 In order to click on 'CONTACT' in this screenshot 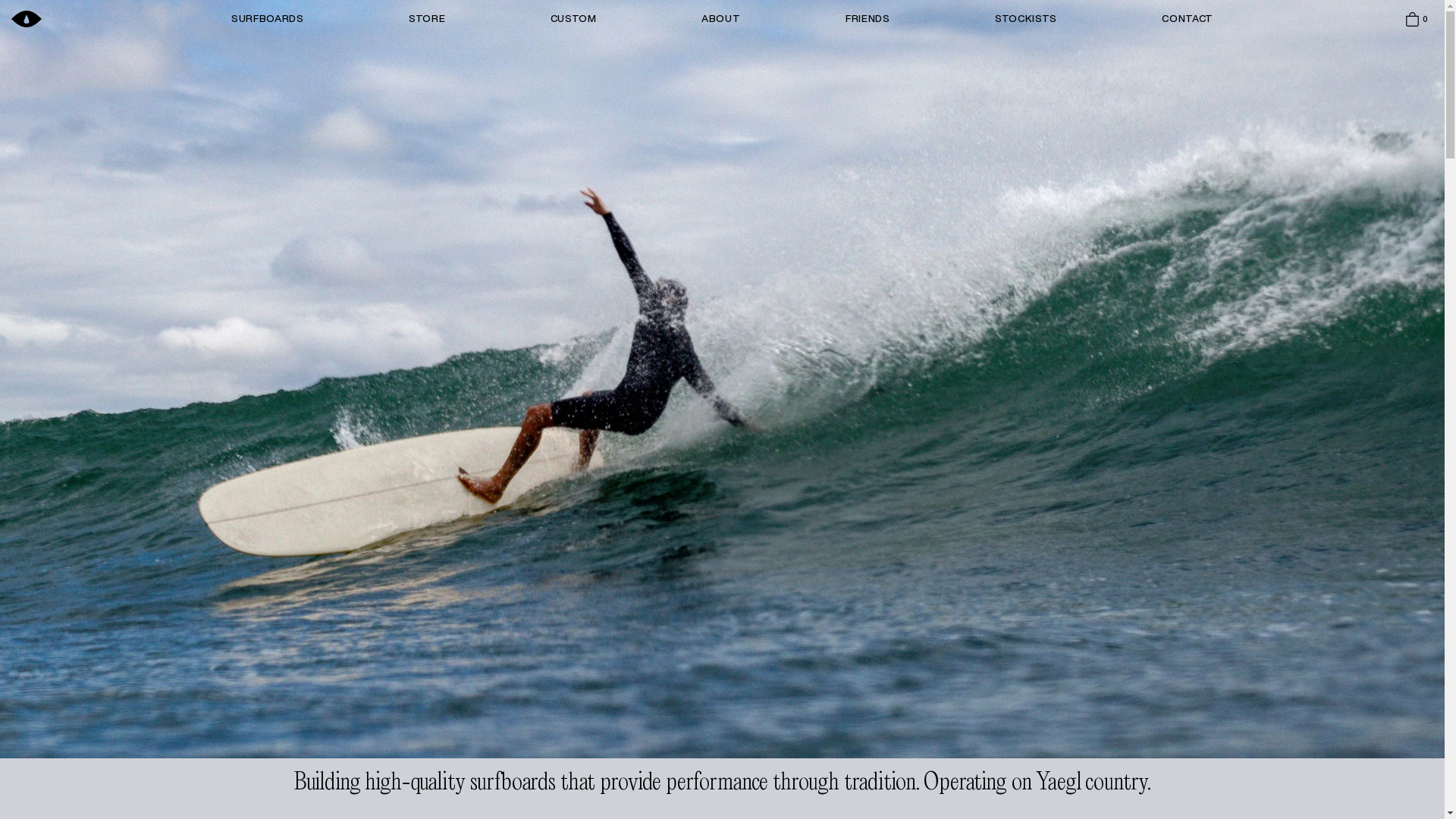, I will do `click(1186, 18)`.